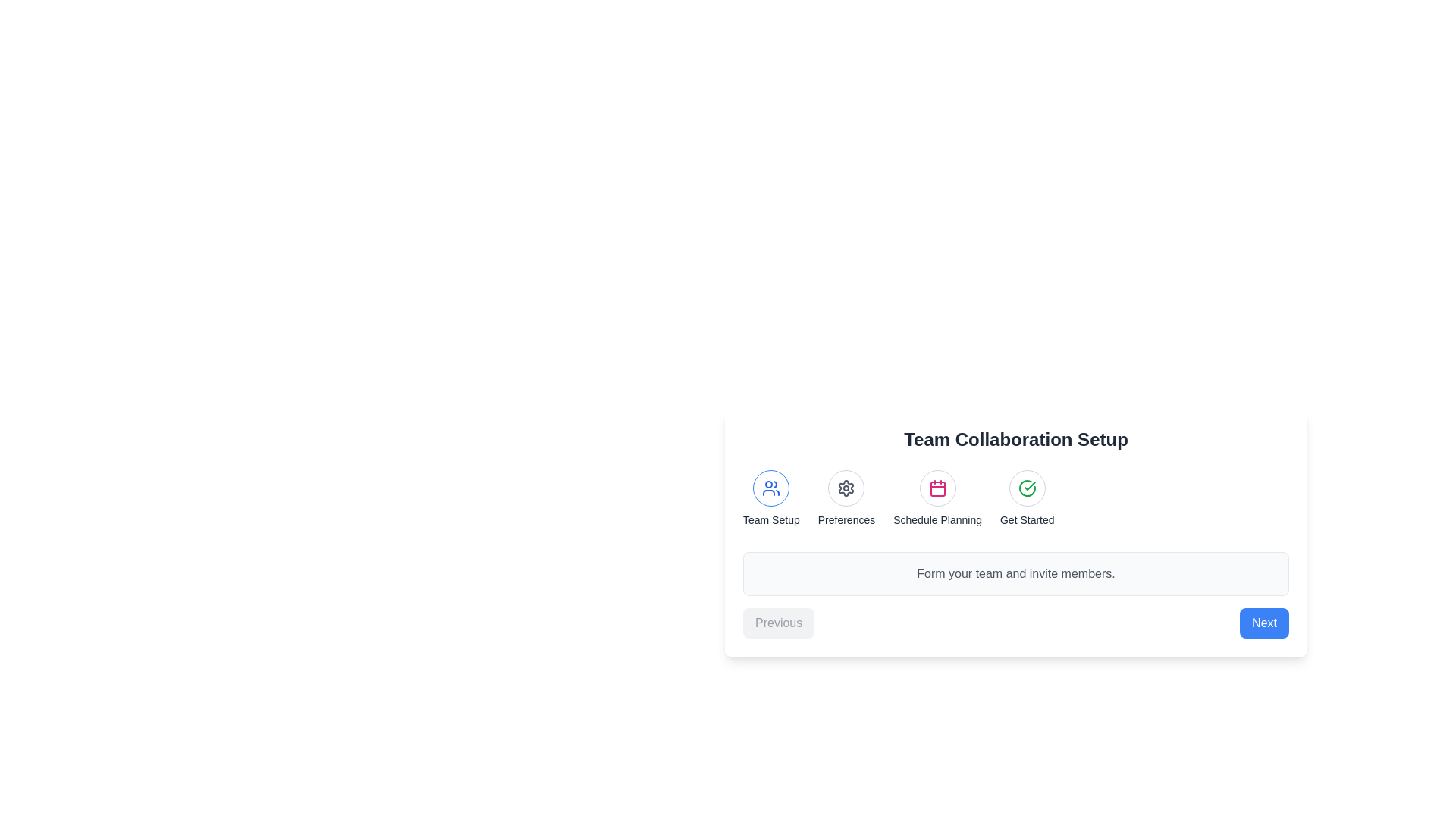 This screenshot has height=819, width=1456. What do you see at coordinates (1027, 488) in the screenshot?
I see `the 'Get Started' button, which is the last of four icons under the 'Team Collaboration Setup' heading, to initiate the action` at bounding box center [1027, 488].